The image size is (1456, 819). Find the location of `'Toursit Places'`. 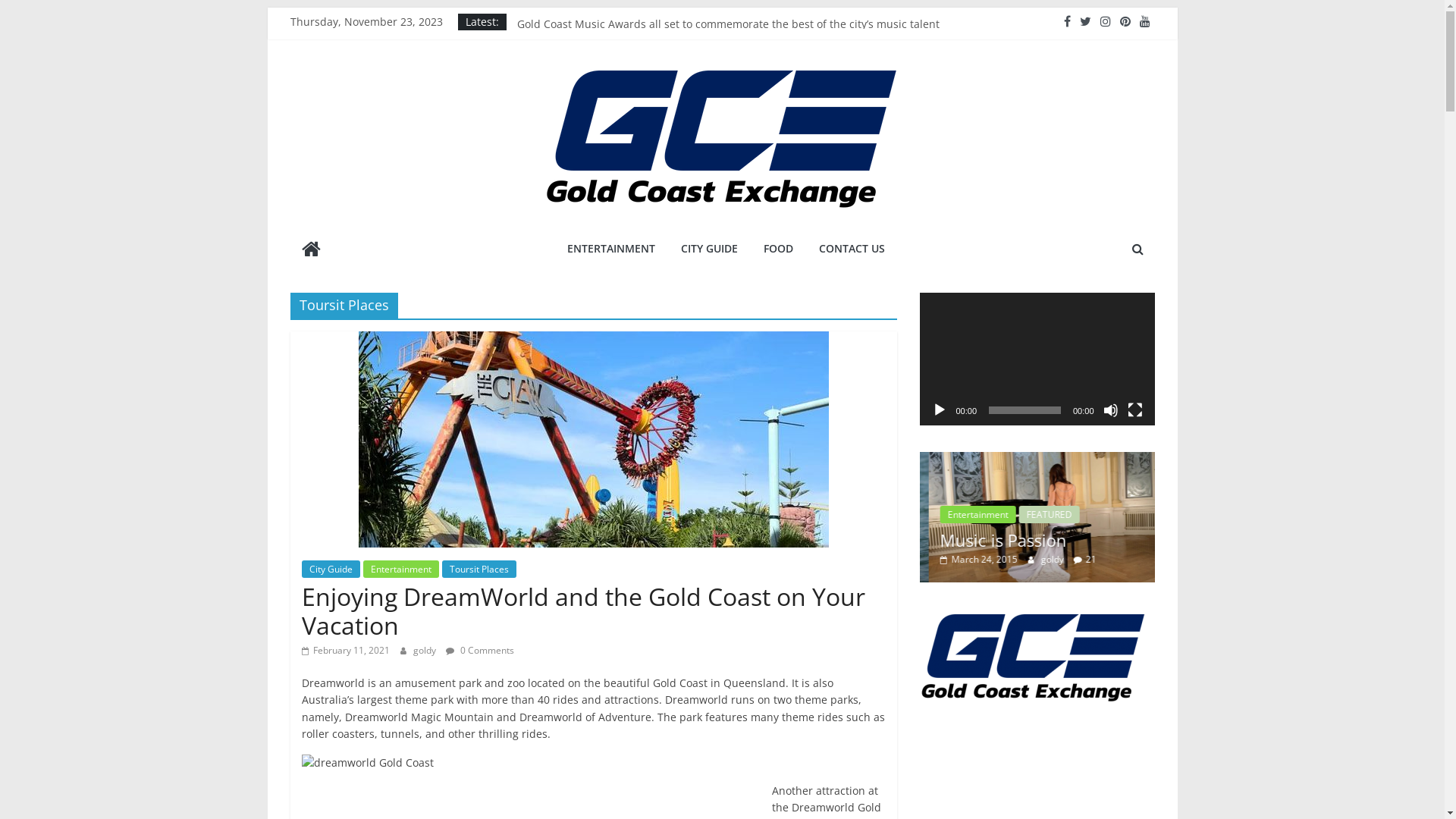

'Toursit Places' is located at coordinates (477, 569).